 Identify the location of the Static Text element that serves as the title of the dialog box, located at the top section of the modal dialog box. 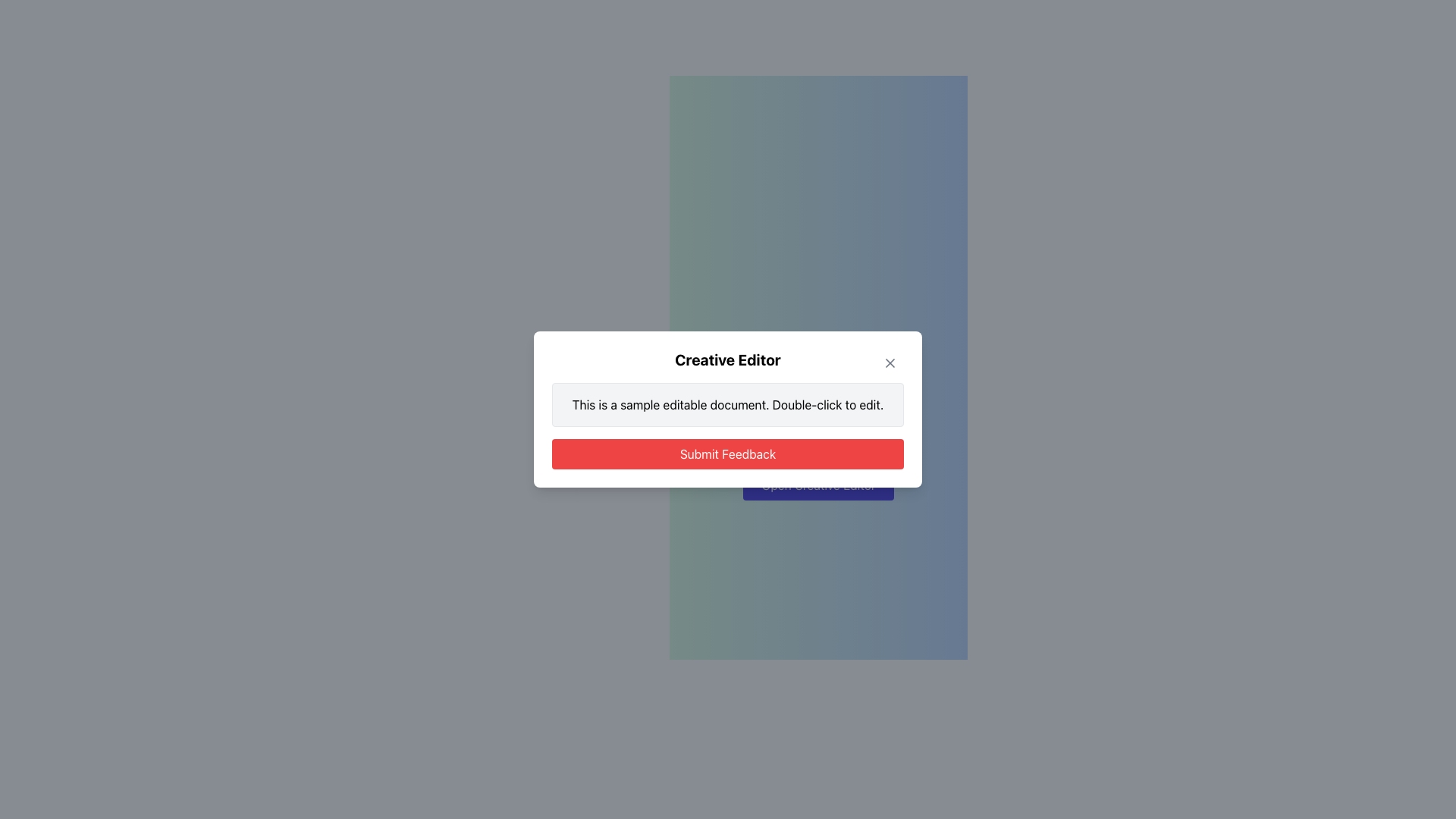
(728, 359).